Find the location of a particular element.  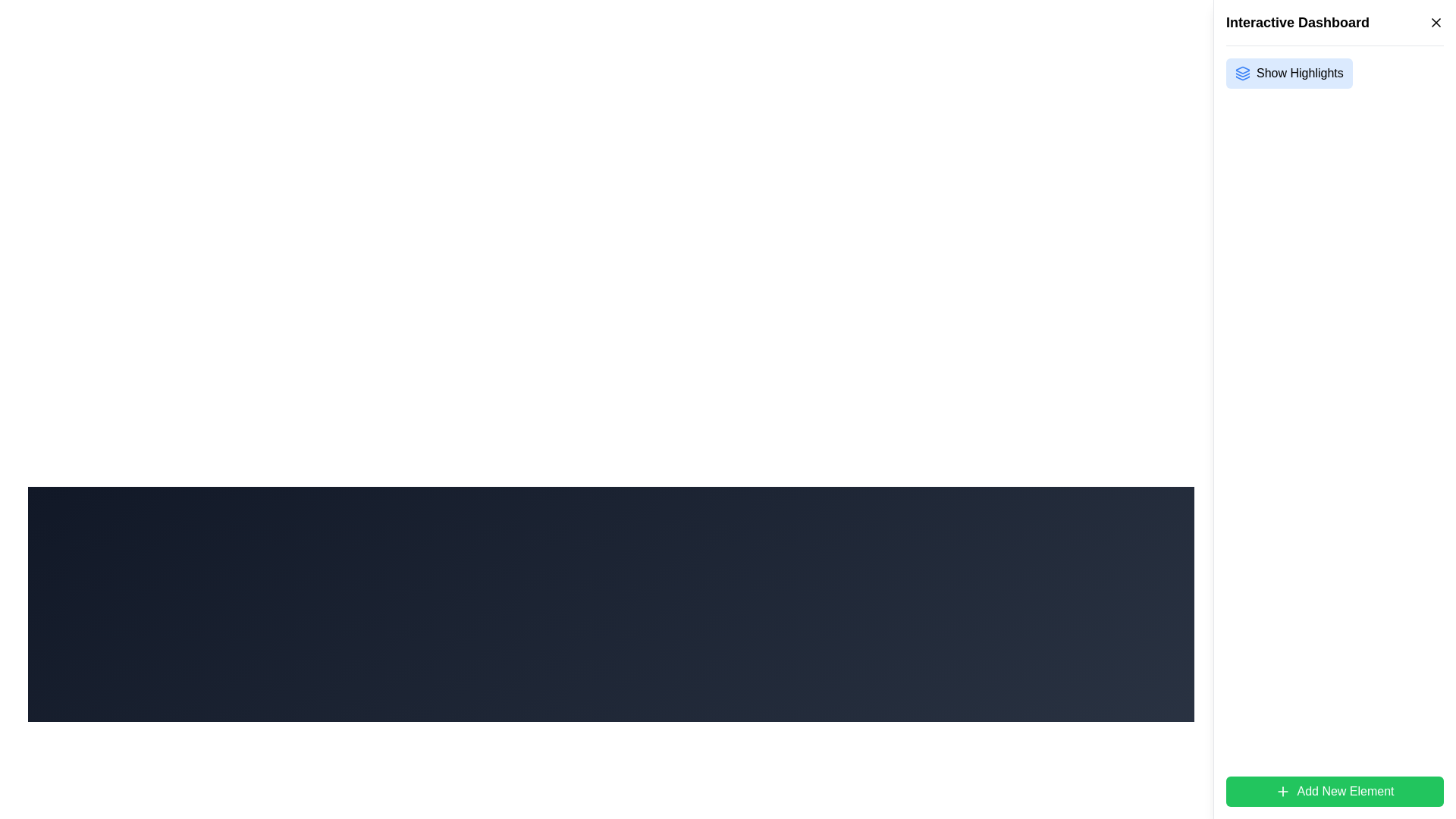

the prominent green 'Add New Element' button located at the bottom of the right sidebar is located at coordinates (1335, 791).